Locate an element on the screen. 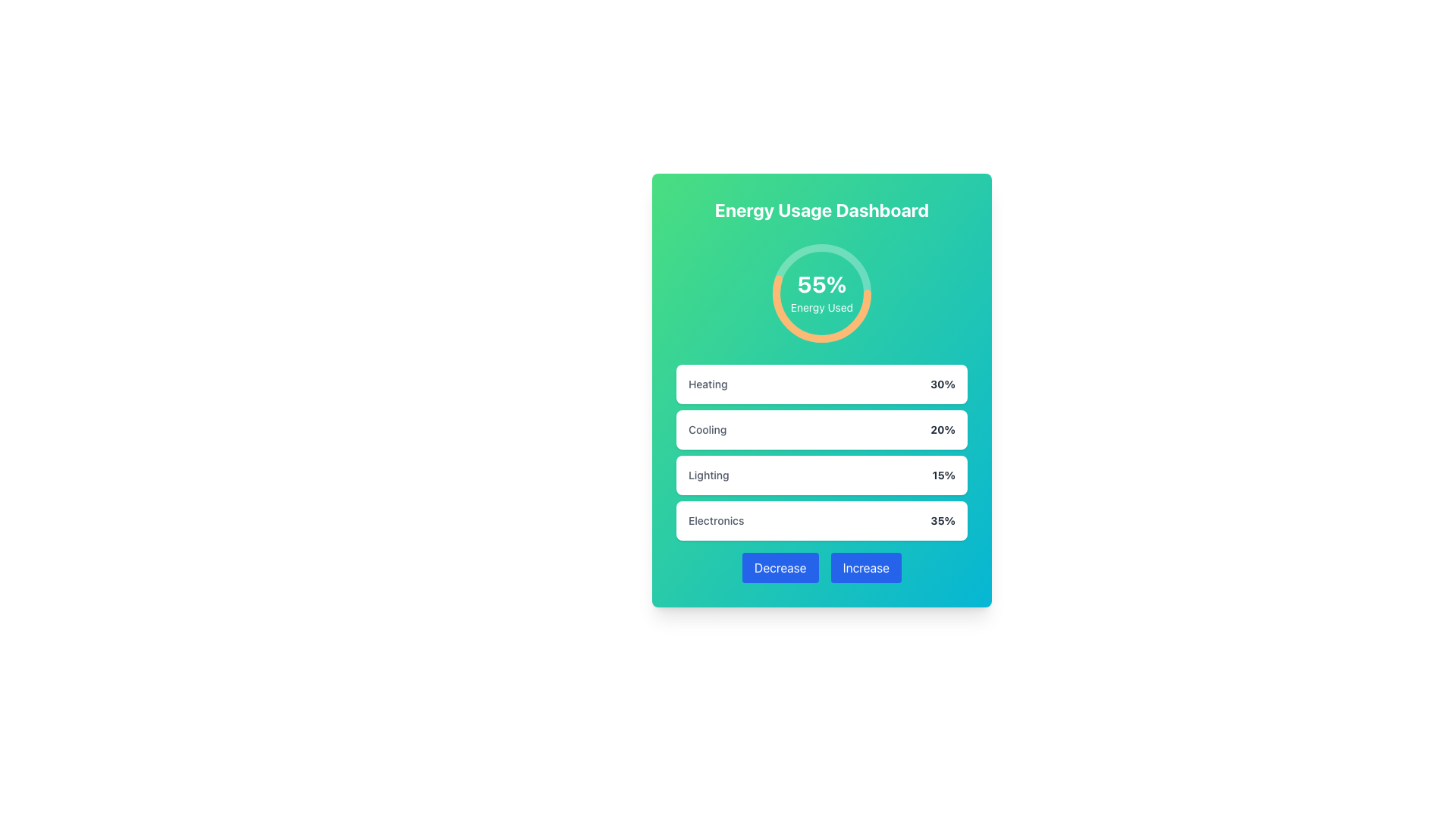  the 'Increase' button in the Button Group to increment the value, which is positioned at the bottom of the card-style dashboard is located at coordinates (821, 567).